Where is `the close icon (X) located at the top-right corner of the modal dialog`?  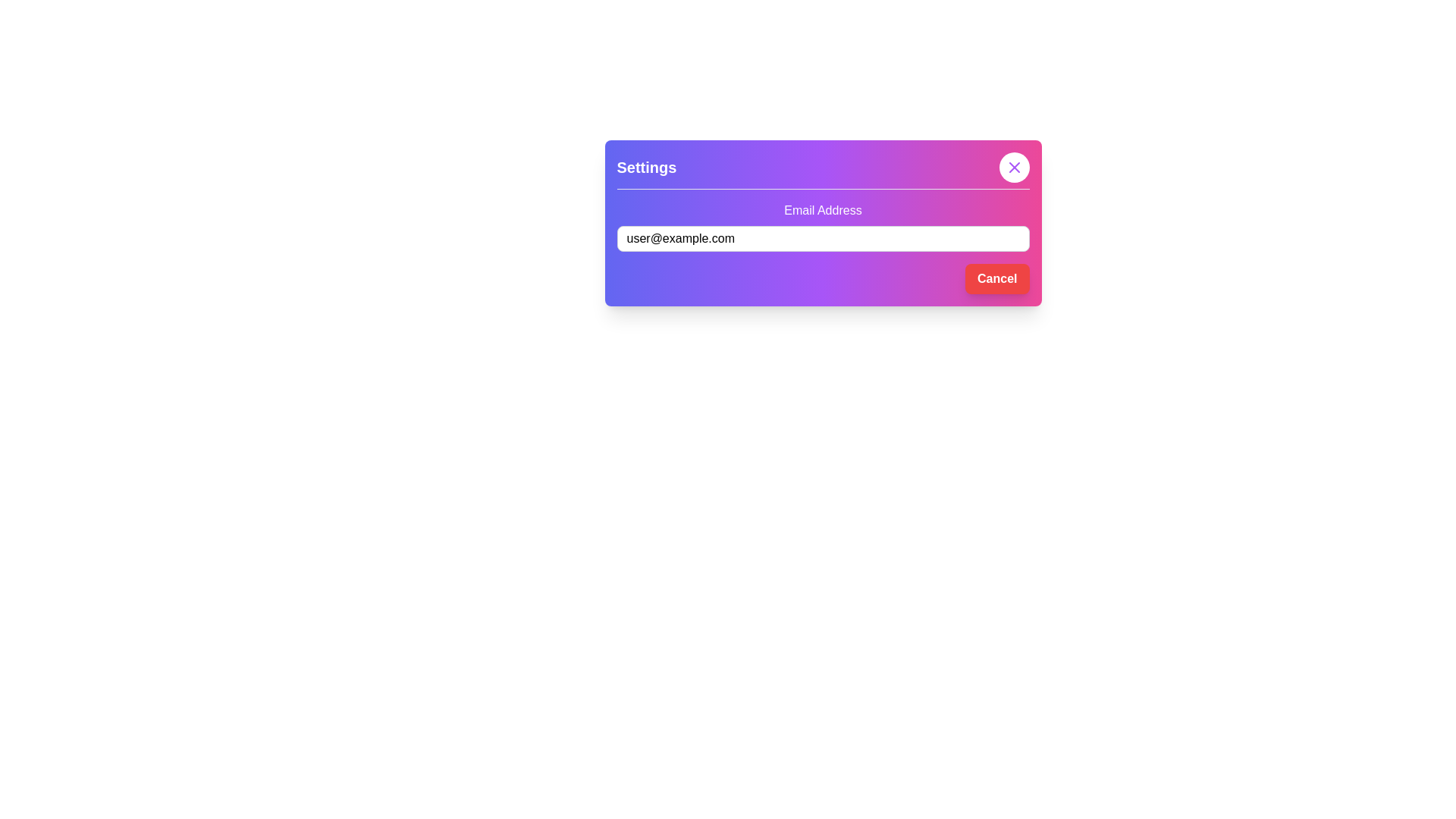 the close icon (X) located at the top-right corner of the modal dialog is located at coordinates (1014, 167).